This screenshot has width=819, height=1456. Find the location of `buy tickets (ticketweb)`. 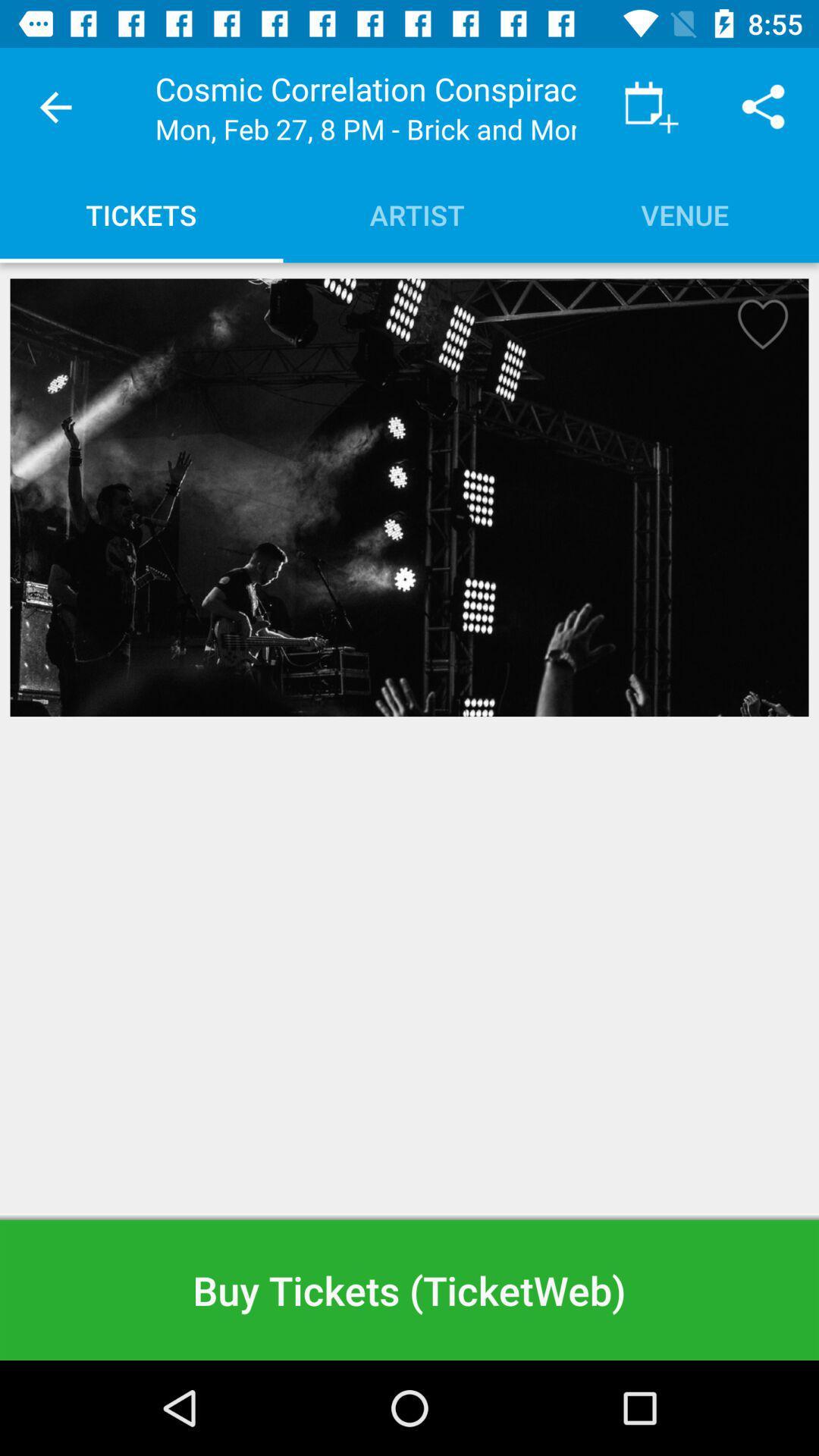

buy tickets (ticketweb) is located at coordinates (409, 1289).